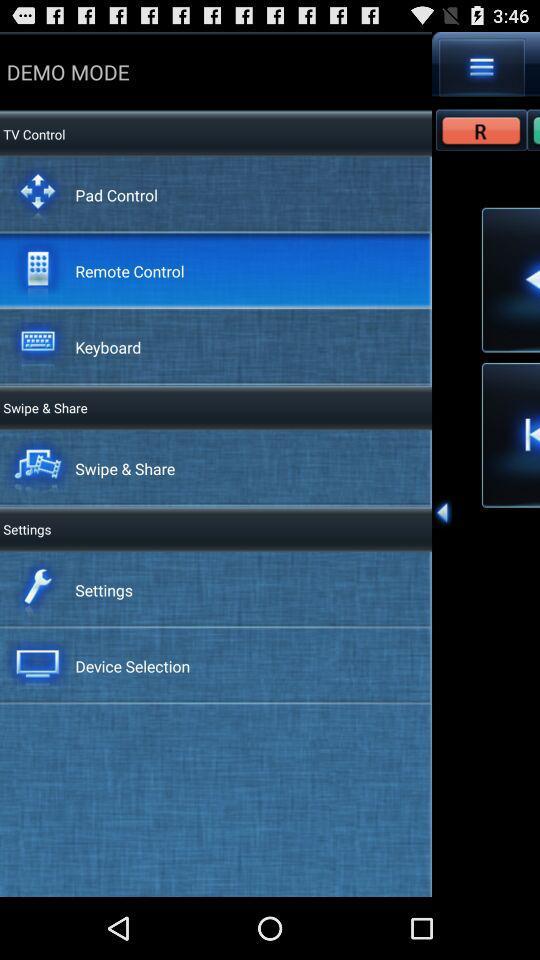 This screenshot has height=960, width=540. I want to click on item above  swipe & share app, so click(108, 347).